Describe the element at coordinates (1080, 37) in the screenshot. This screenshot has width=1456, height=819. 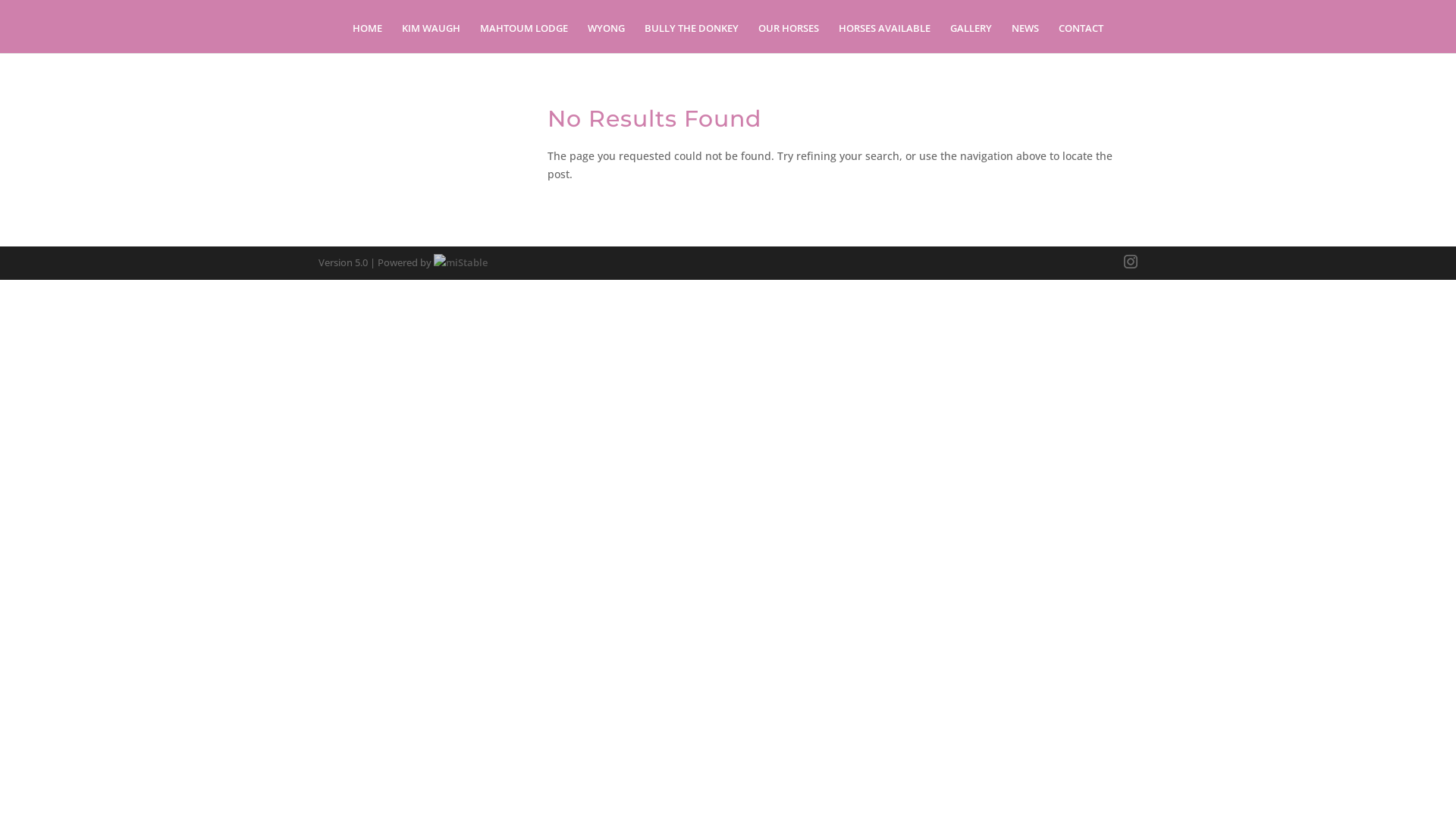
I see `'CONTACT'` at that location.